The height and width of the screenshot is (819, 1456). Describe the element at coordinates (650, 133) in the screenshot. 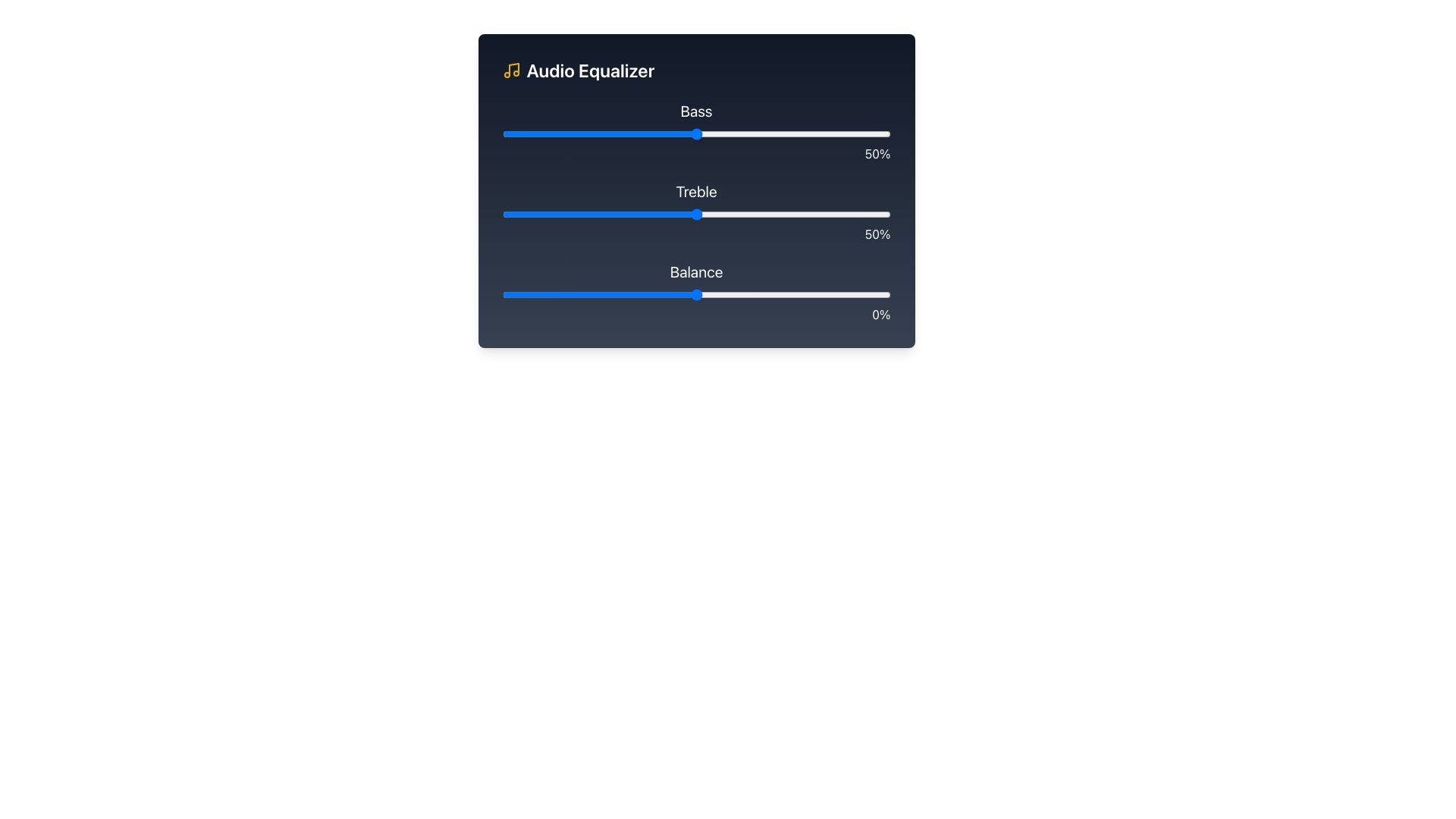

I see `the bass level` at that location.